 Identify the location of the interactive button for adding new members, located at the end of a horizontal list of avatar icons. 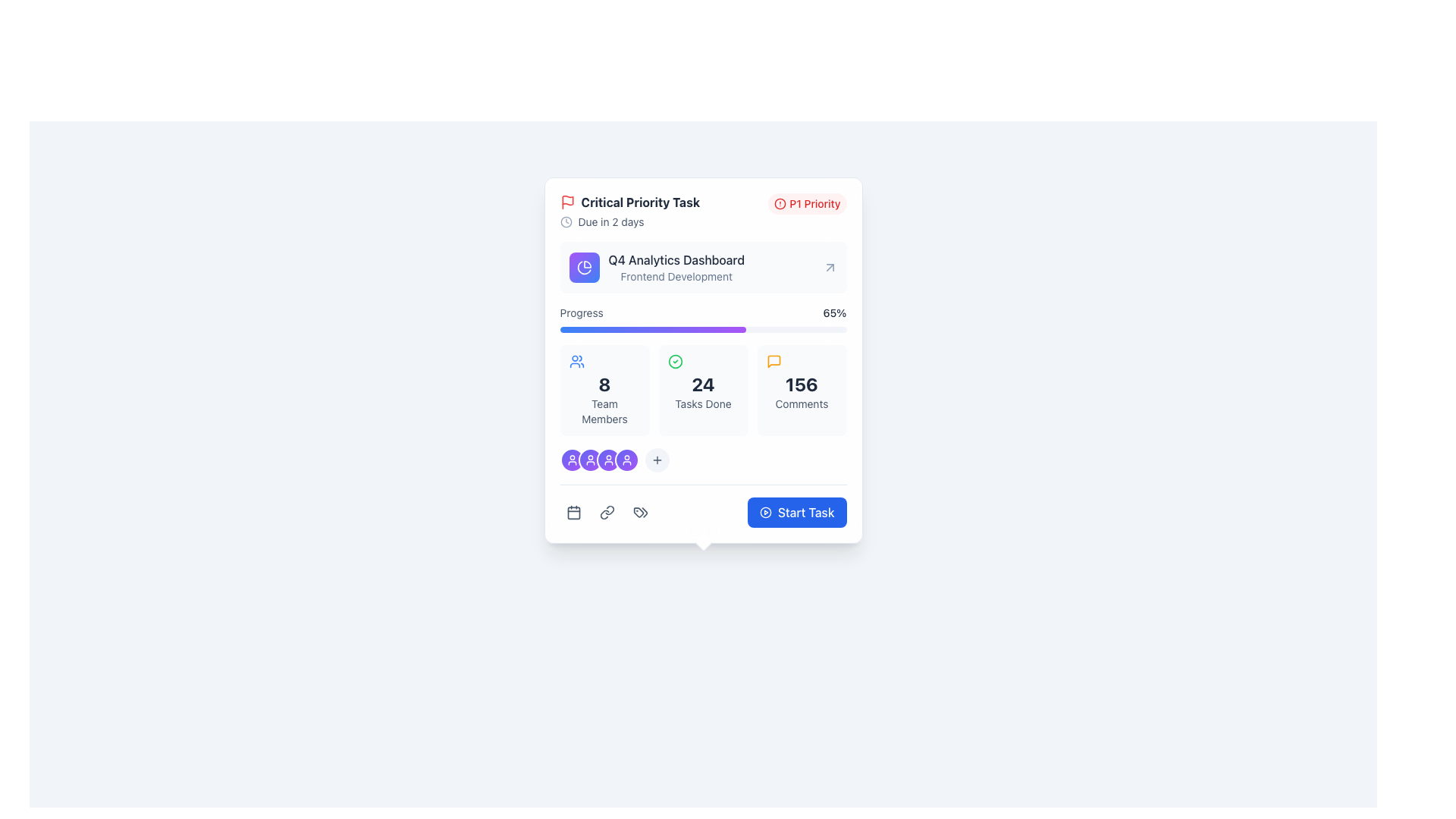
(657, 459).